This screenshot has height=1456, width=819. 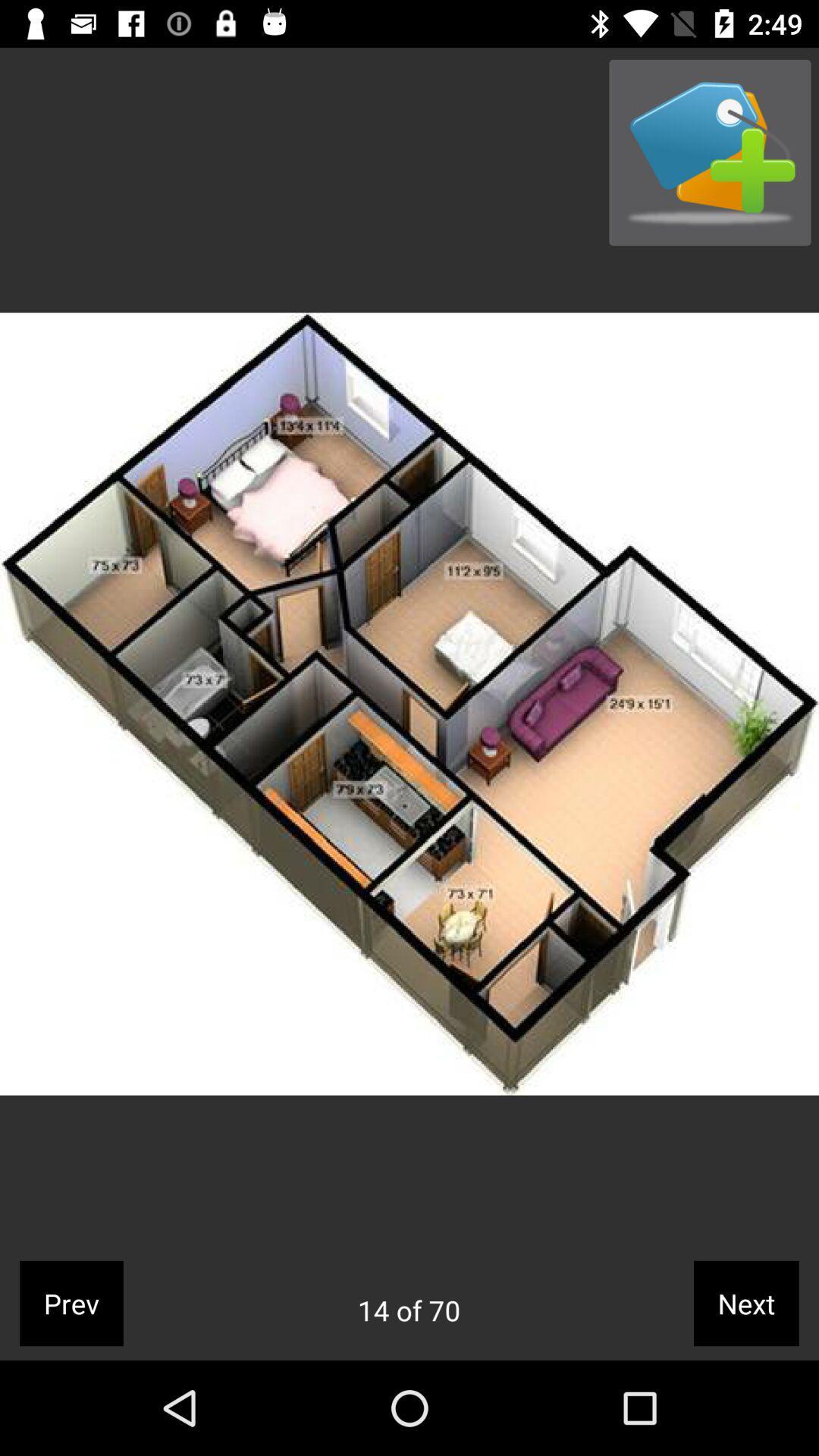 I want to click on app next to the next icon, so click(x=408, y=1310).